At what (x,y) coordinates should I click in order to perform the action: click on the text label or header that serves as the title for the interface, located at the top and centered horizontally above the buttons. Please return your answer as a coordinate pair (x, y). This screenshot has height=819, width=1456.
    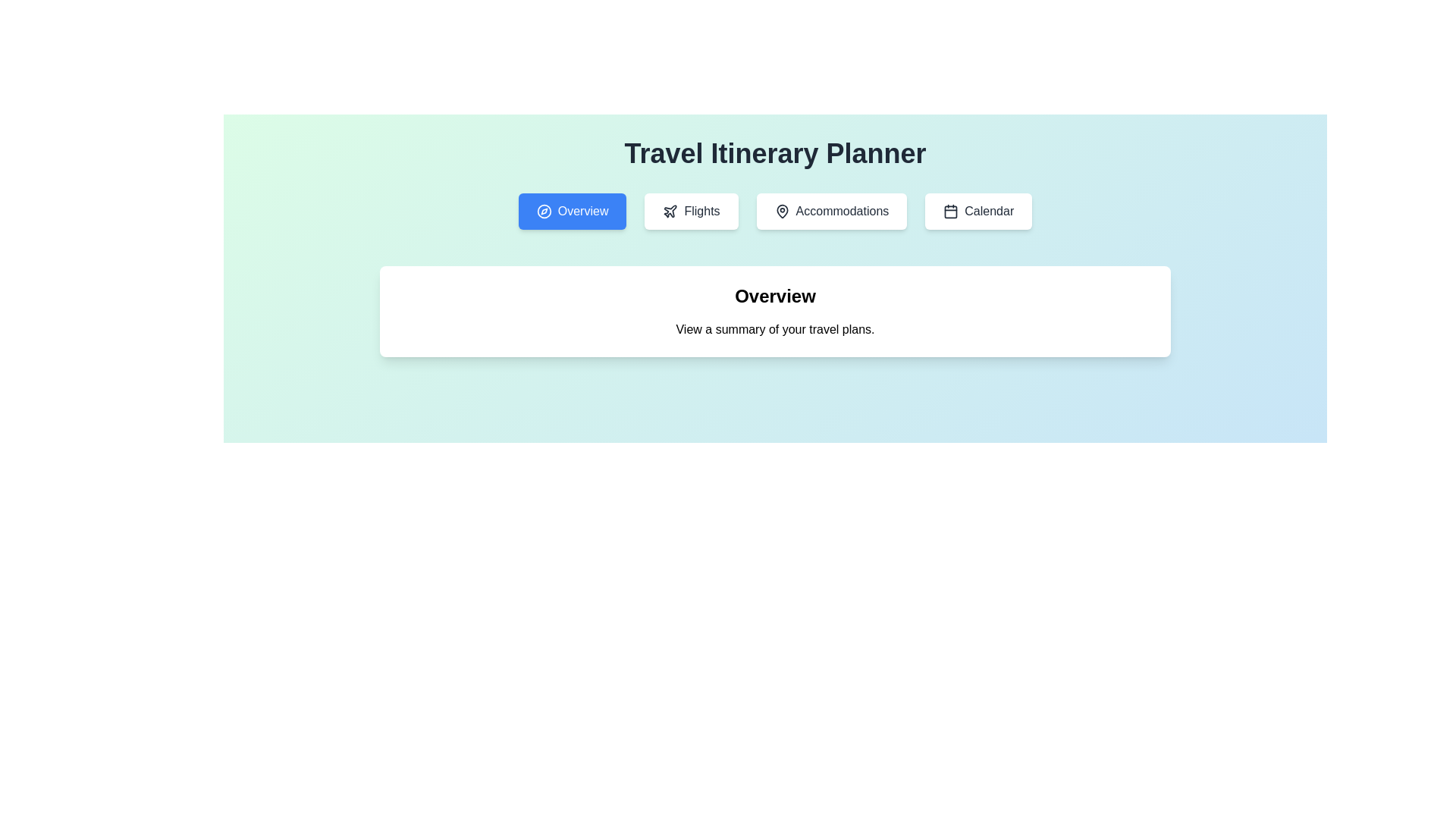
    Looking at the image, I should click on (775, 154).